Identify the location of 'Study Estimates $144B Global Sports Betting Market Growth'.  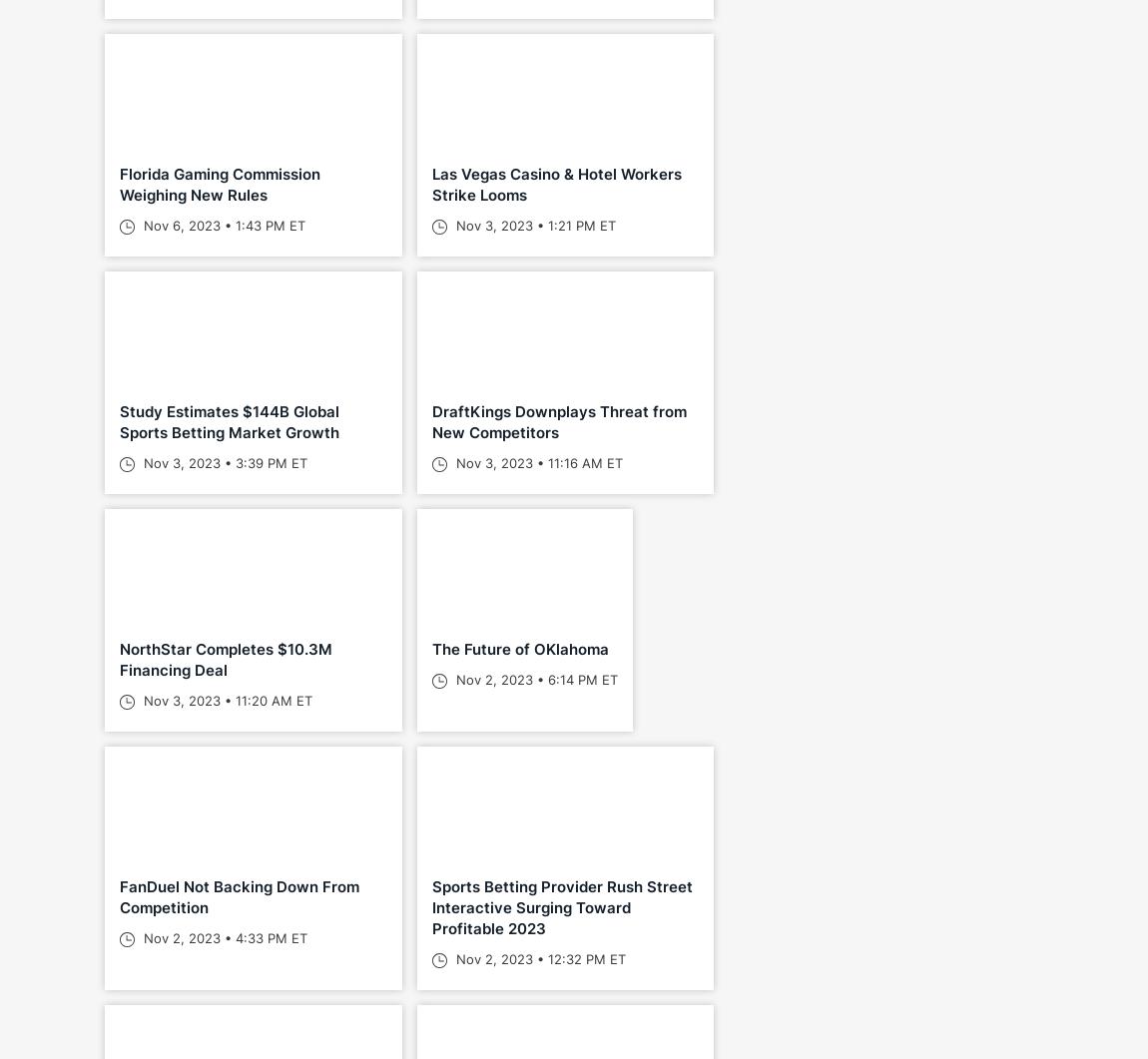
(229, 422).